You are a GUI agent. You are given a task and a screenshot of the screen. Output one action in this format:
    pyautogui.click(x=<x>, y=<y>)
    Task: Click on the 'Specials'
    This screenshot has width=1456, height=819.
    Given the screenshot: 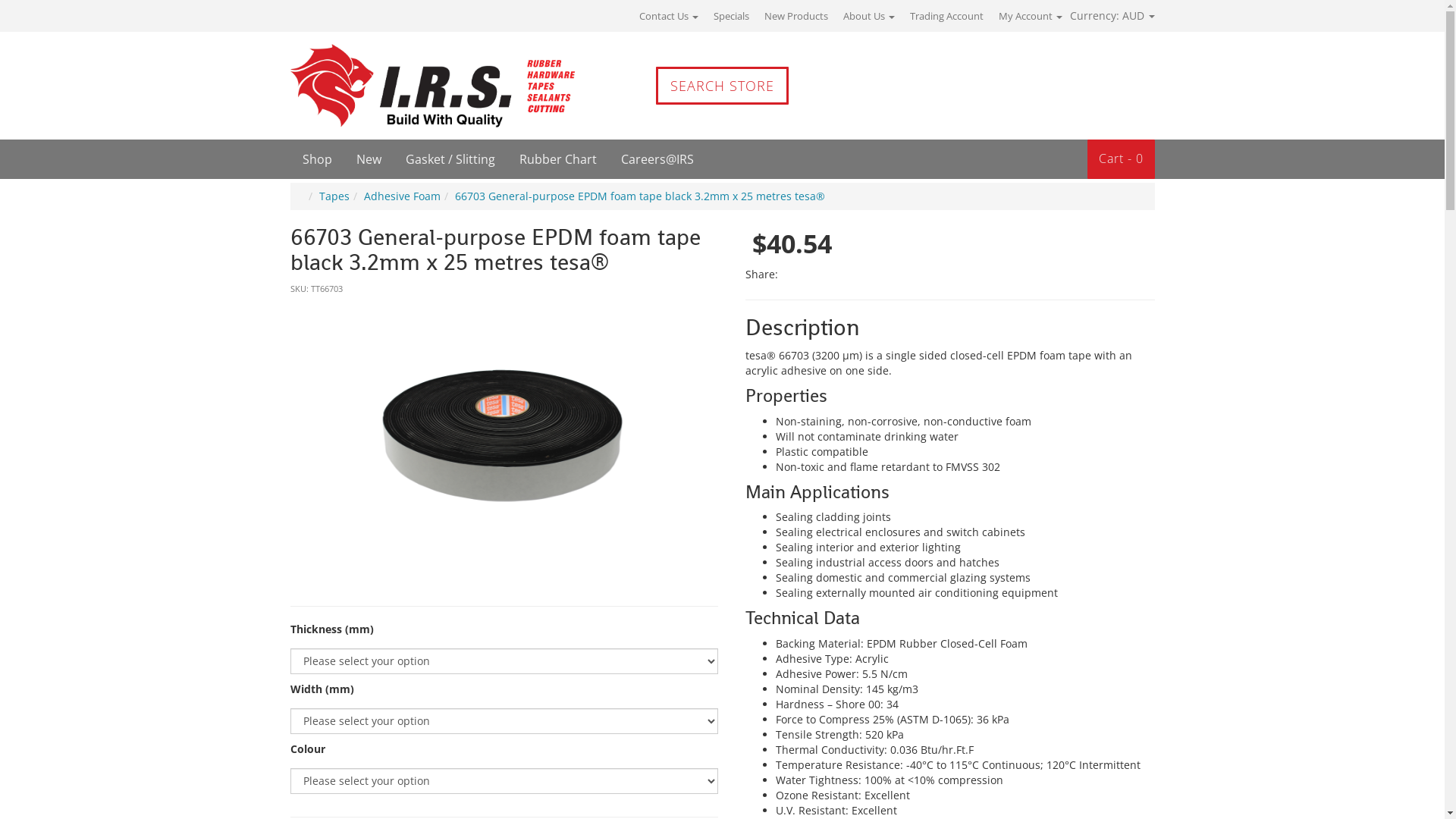 What is the action you would take?
    pyautogui.click(x=730, y=15)
    